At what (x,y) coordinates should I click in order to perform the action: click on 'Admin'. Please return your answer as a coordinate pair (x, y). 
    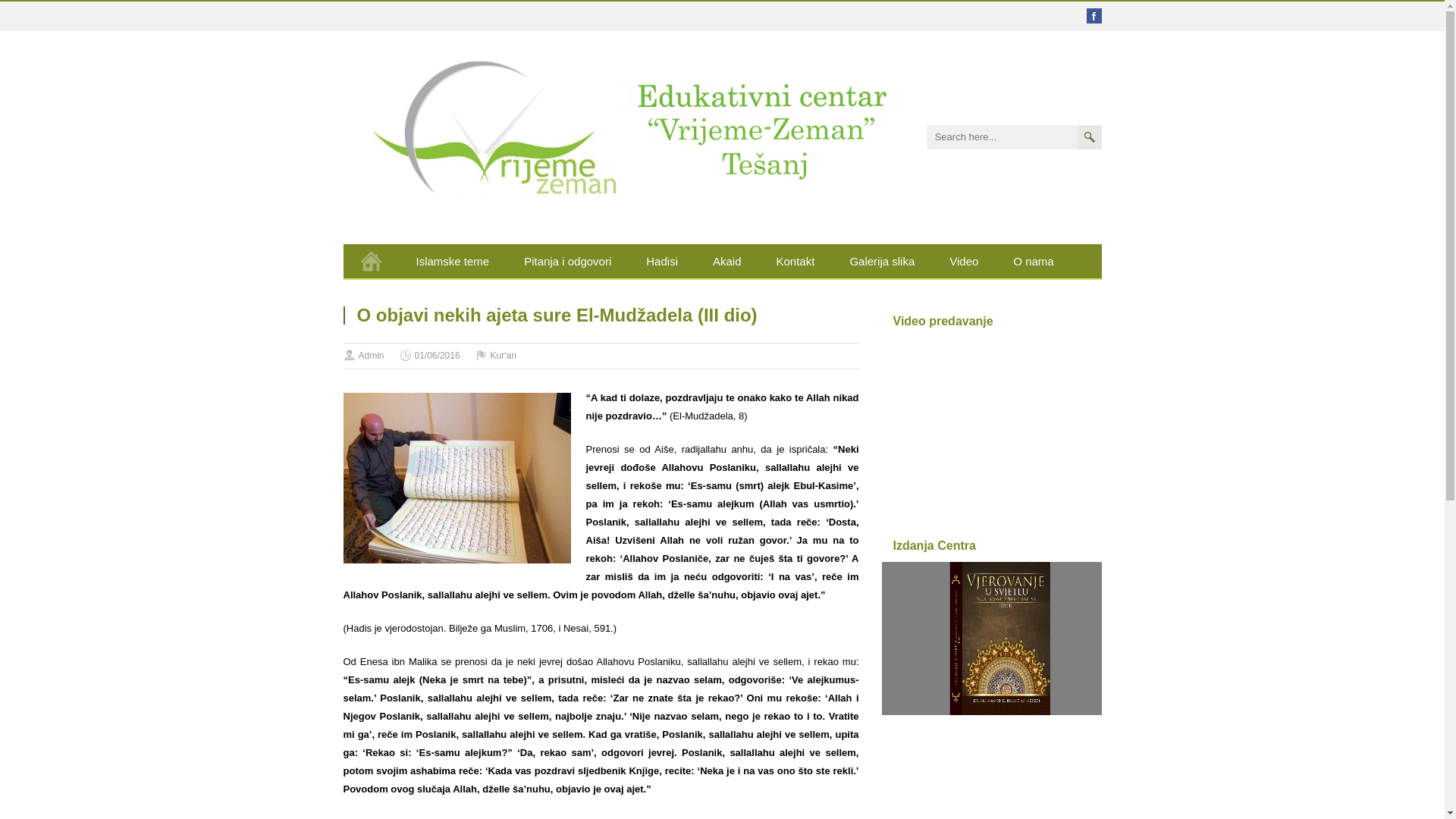
    Looking at the image, I should click on (371, 356).